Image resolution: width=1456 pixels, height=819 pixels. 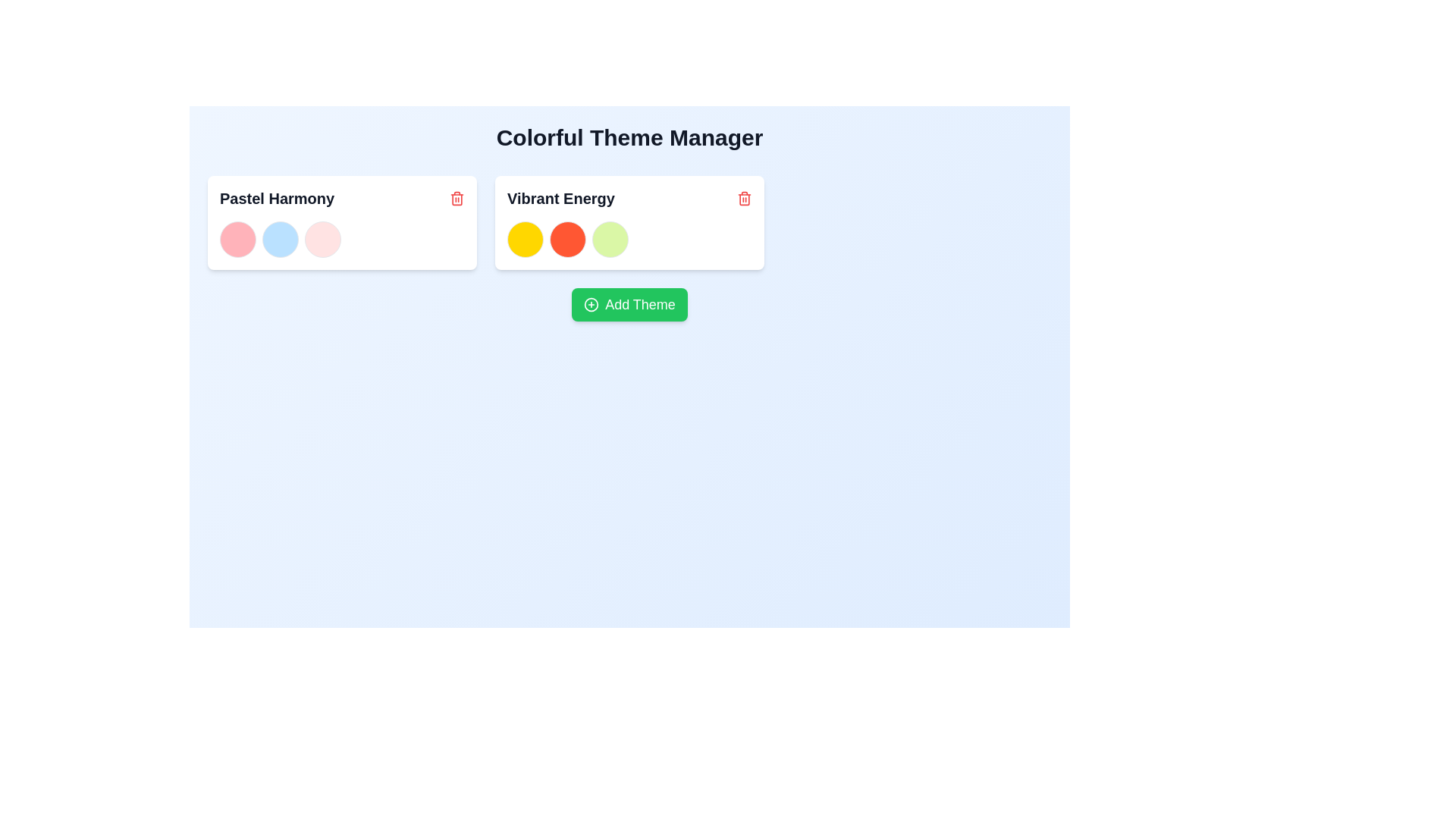 What do you see at coordinates (610, 239) in the screenshot?
I see `the third circle in the group of three circles within the 'Vibrant Energy' card, which acts as a visual decoration or theme indicator` at bounding box center [610, 239].